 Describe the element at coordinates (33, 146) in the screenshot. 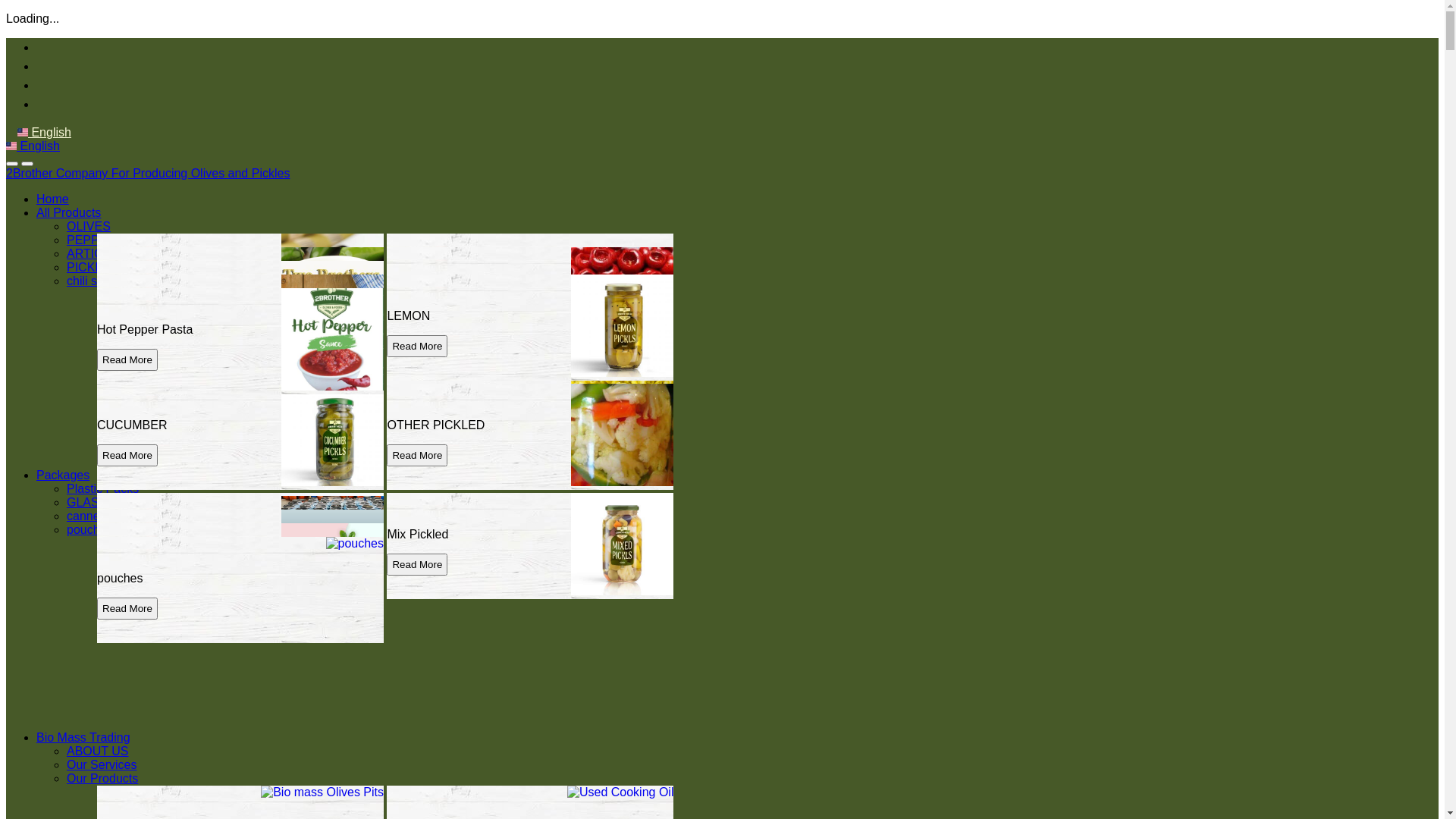

I see `'English'` at that location.